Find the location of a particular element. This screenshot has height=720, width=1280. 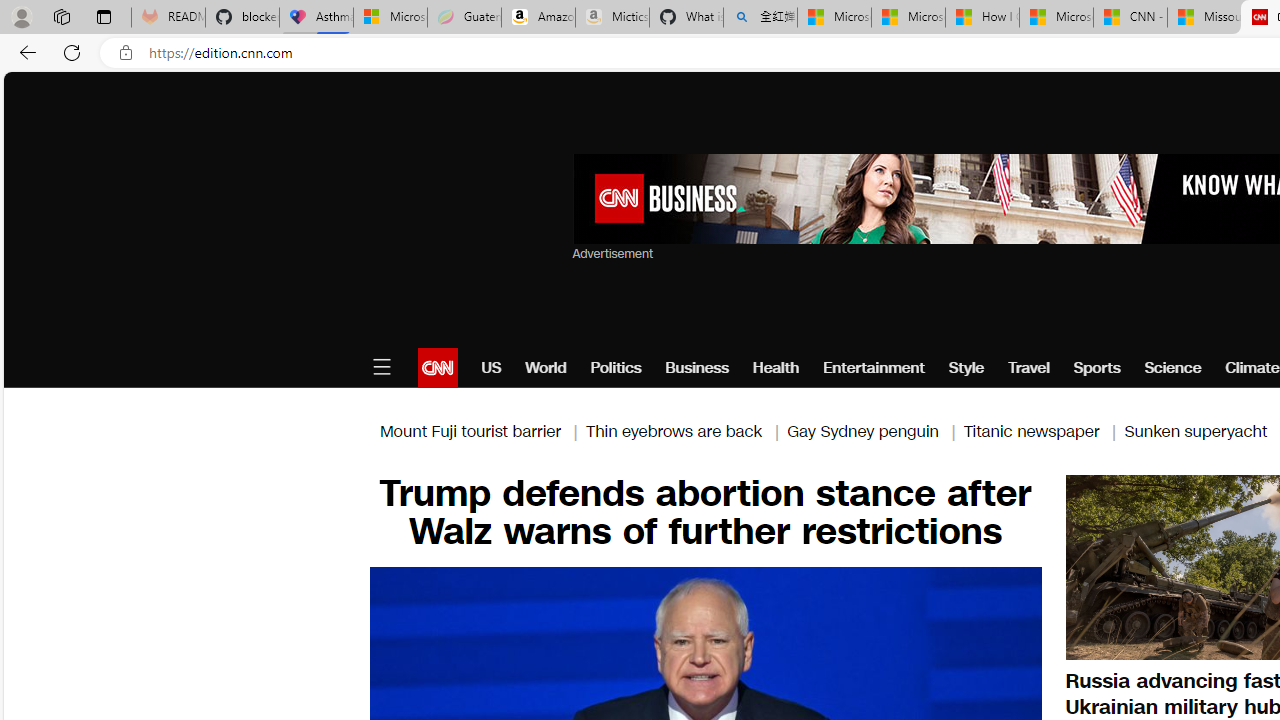

'Style' is located at coordinates (967, 367).